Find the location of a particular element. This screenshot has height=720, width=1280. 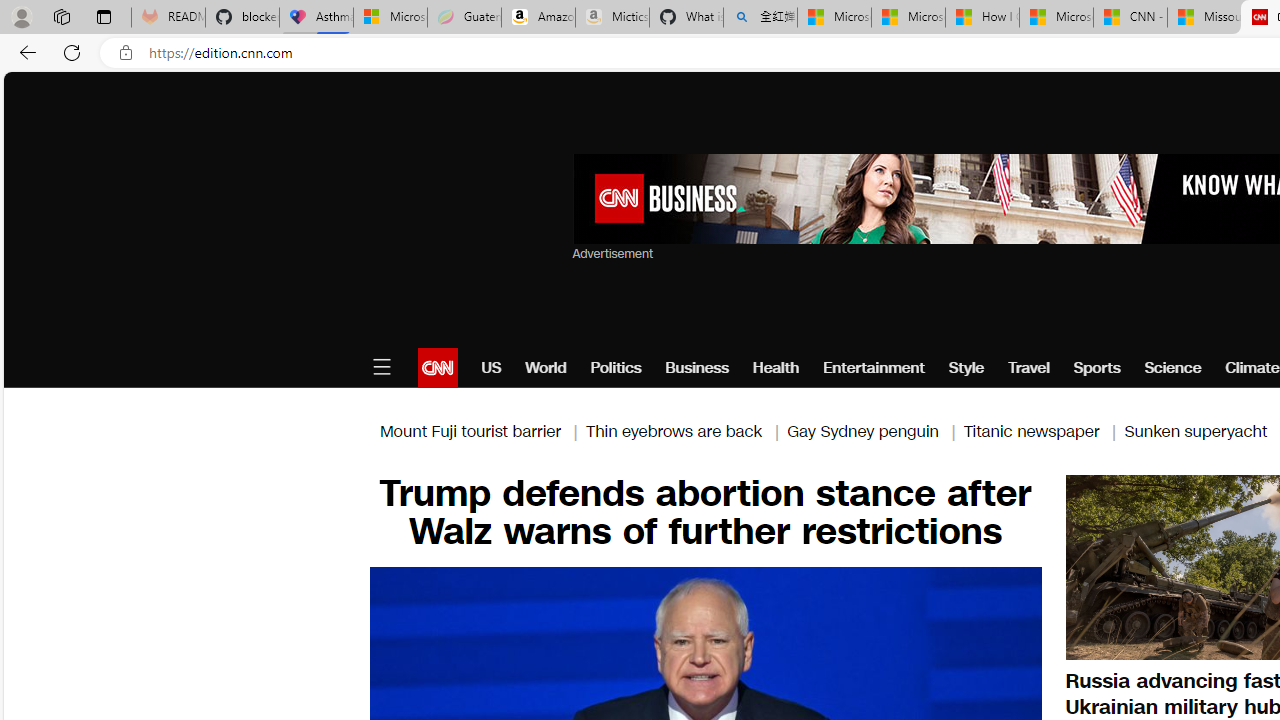

'Style' is located at coordinates (967, 367).